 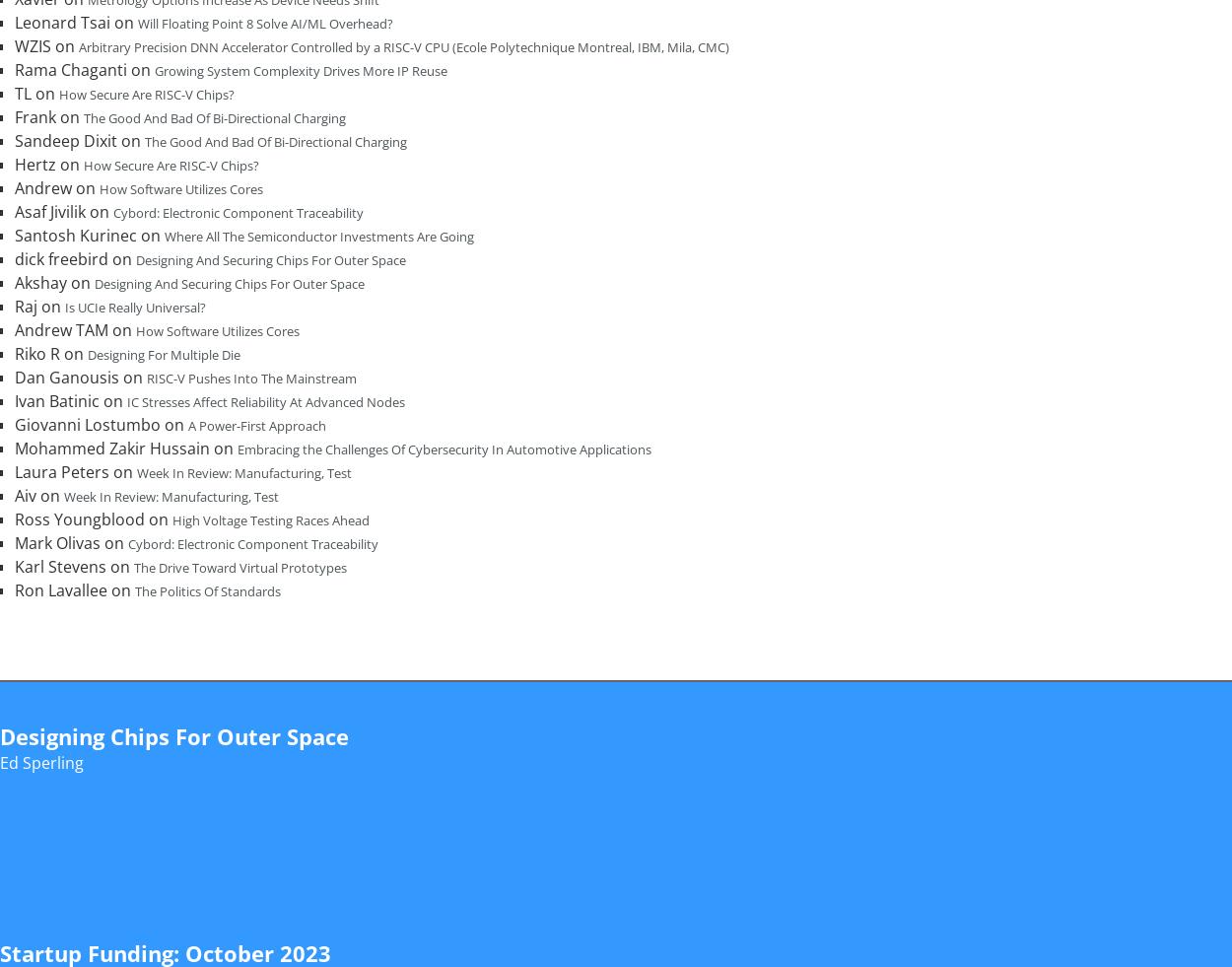 I want to click on 'Dan Ganousis', so click(x=66, y=376).